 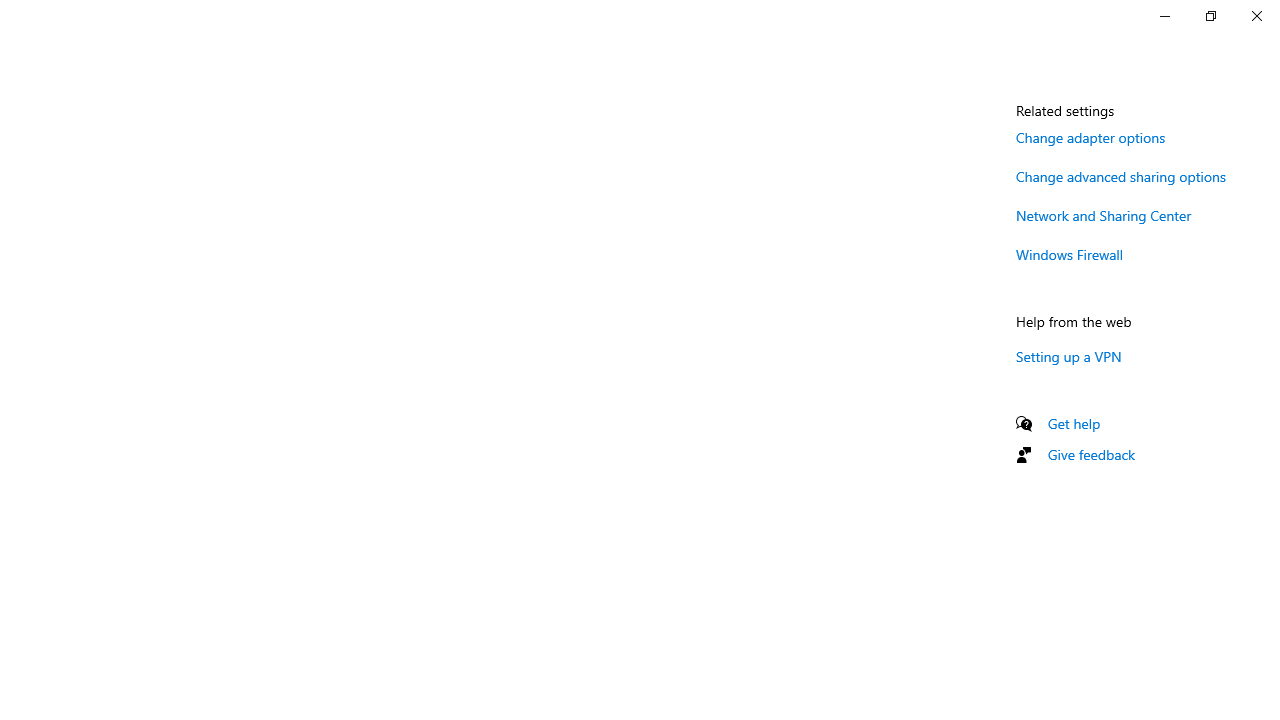 What do you see at coordinates (1069, 253) in the screenshot?
I see `'Windows Firewall'` at bounding box center [1069, 253].